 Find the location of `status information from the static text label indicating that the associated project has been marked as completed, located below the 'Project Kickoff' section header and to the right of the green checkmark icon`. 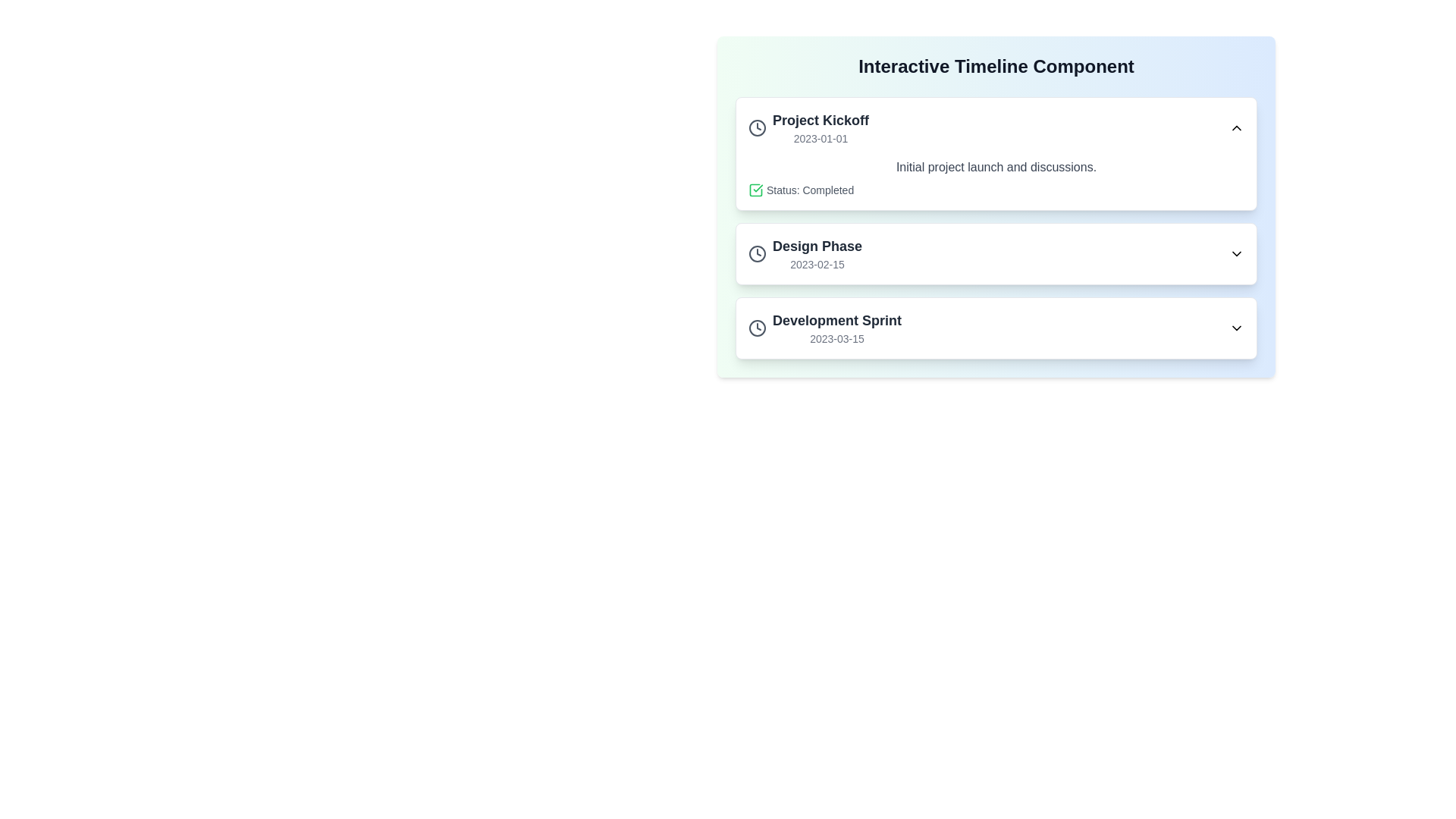

status information from the static text label indicating that the associated project has been marked as completed, located below the 'Project Kickoff' section header and to the right of the green checkmark icon is located at coordinates (809, 189).